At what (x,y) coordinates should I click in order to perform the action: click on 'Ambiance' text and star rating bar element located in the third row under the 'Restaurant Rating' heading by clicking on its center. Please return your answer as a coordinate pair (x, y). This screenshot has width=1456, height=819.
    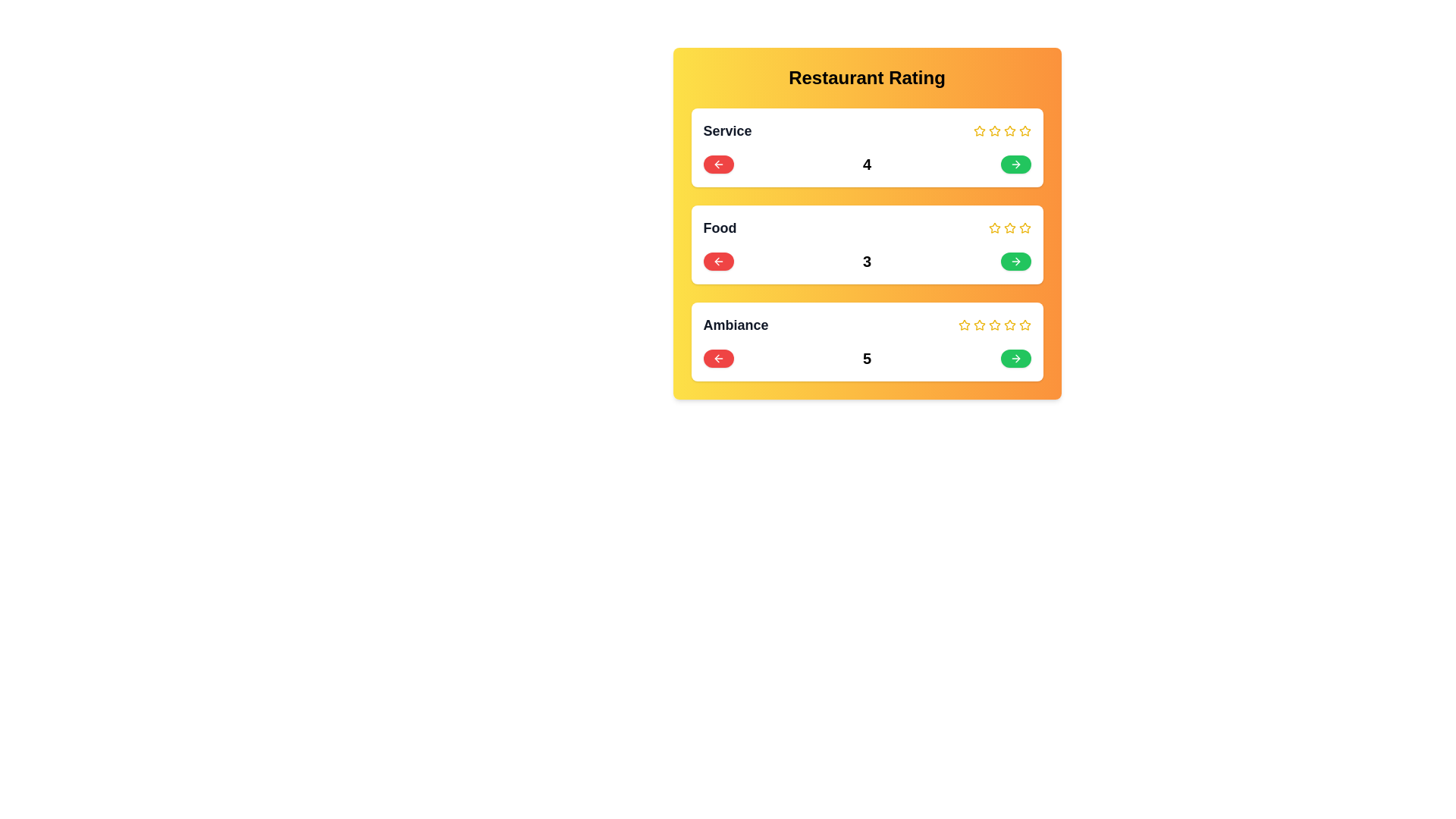
    Looking at the image, I should click on (867, 324).